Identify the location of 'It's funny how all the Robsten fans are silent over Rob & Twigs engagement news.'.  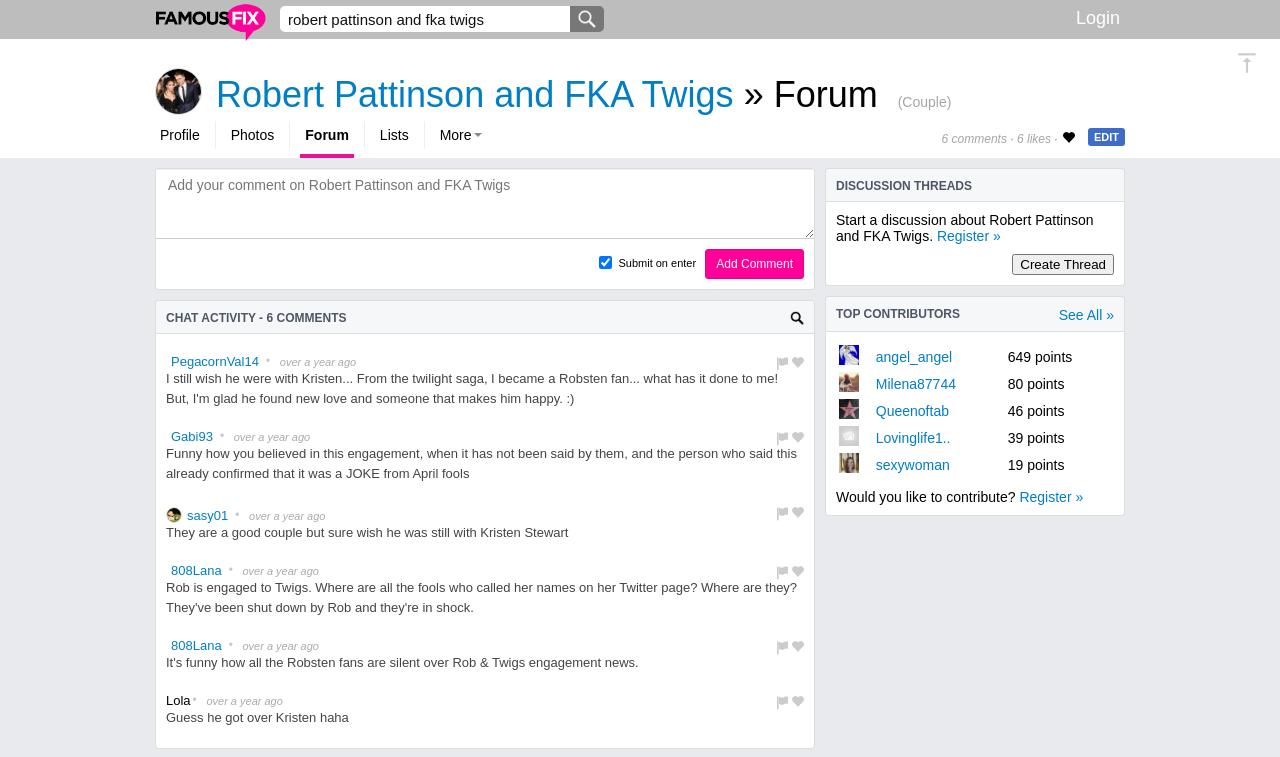
(401, 662).